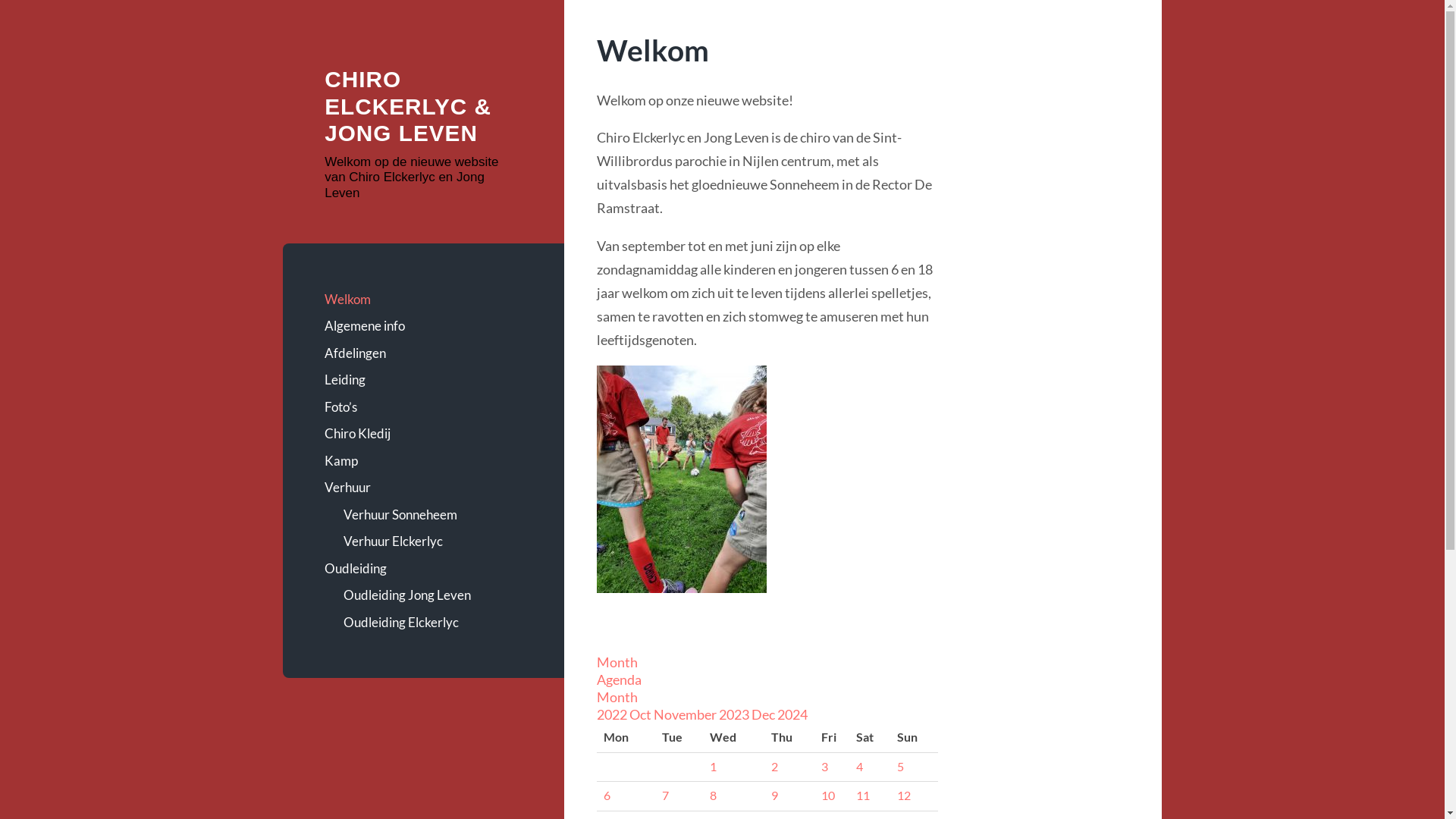  Describe the element at coordinates (771, 766) in the screenshot. I see `'2'` at that location.